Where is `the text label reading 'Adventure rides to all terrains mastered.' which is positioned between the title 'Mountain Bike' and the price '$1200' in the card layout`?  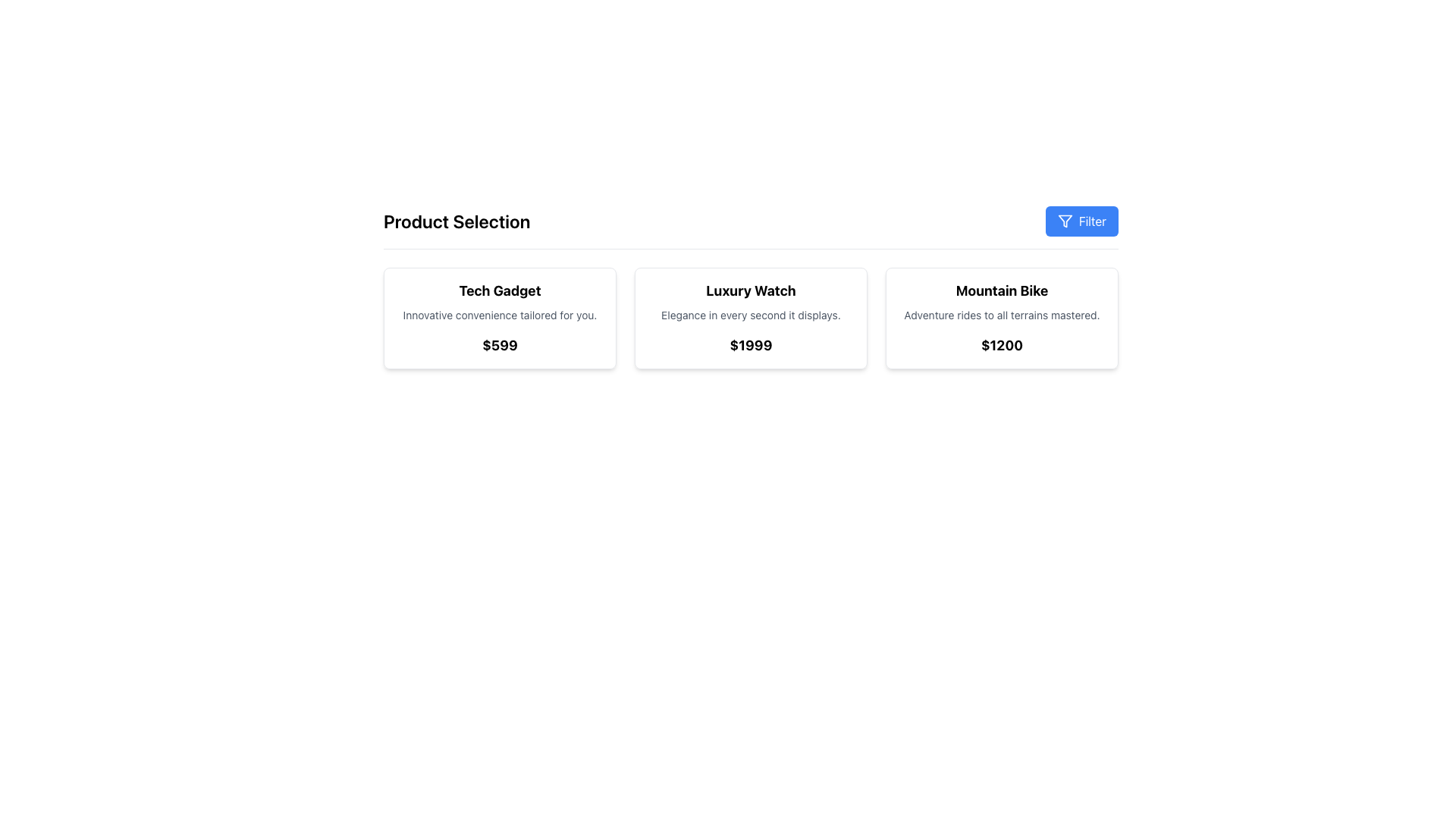
the text label reading 'Adventure rides to all terrains mastered.' which is positioned between the title 'Mountain Bike' and the price '$1200' in the card layout is located at coordinates (1002, 315).